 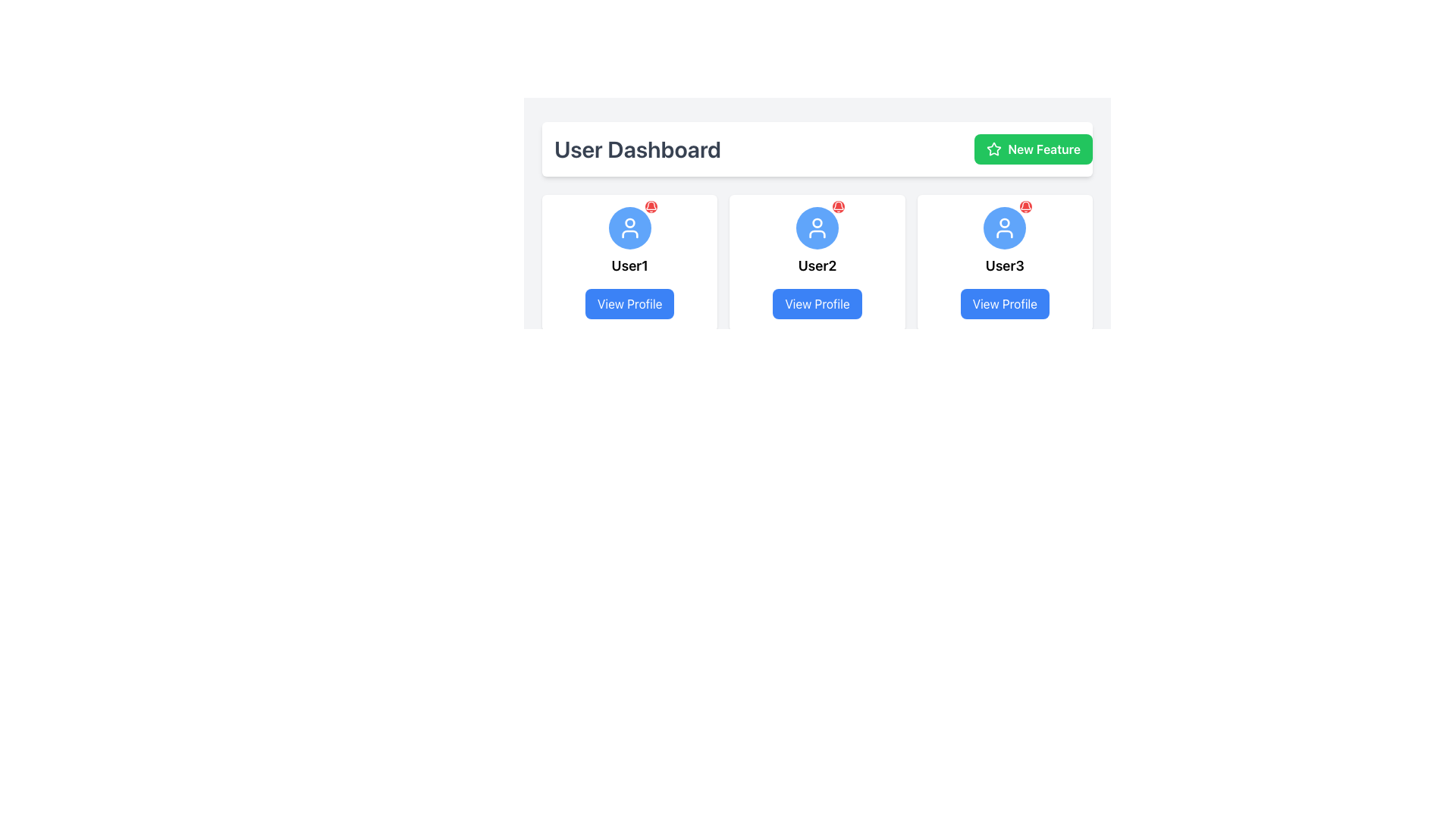 What do you see at coordinates (1005, 304) in the screenshot?
I see `the 'View Profile' button, which is a vibrant blue rectangular button with rounded edges located at the bottom-center of the 'User3' card` at bounding box center [1005, 304].